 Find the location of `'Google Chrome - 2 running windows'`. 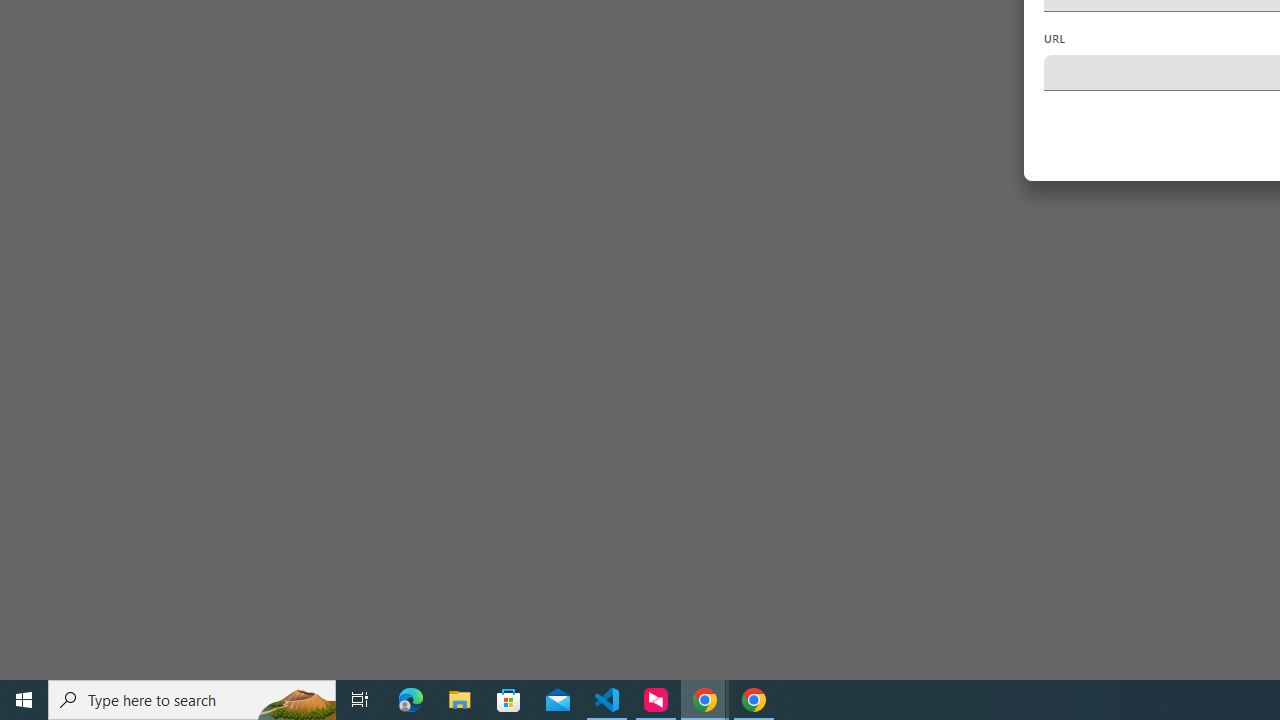

'Google Chrome - 2 running windows' is located at coordinates (705, 698).